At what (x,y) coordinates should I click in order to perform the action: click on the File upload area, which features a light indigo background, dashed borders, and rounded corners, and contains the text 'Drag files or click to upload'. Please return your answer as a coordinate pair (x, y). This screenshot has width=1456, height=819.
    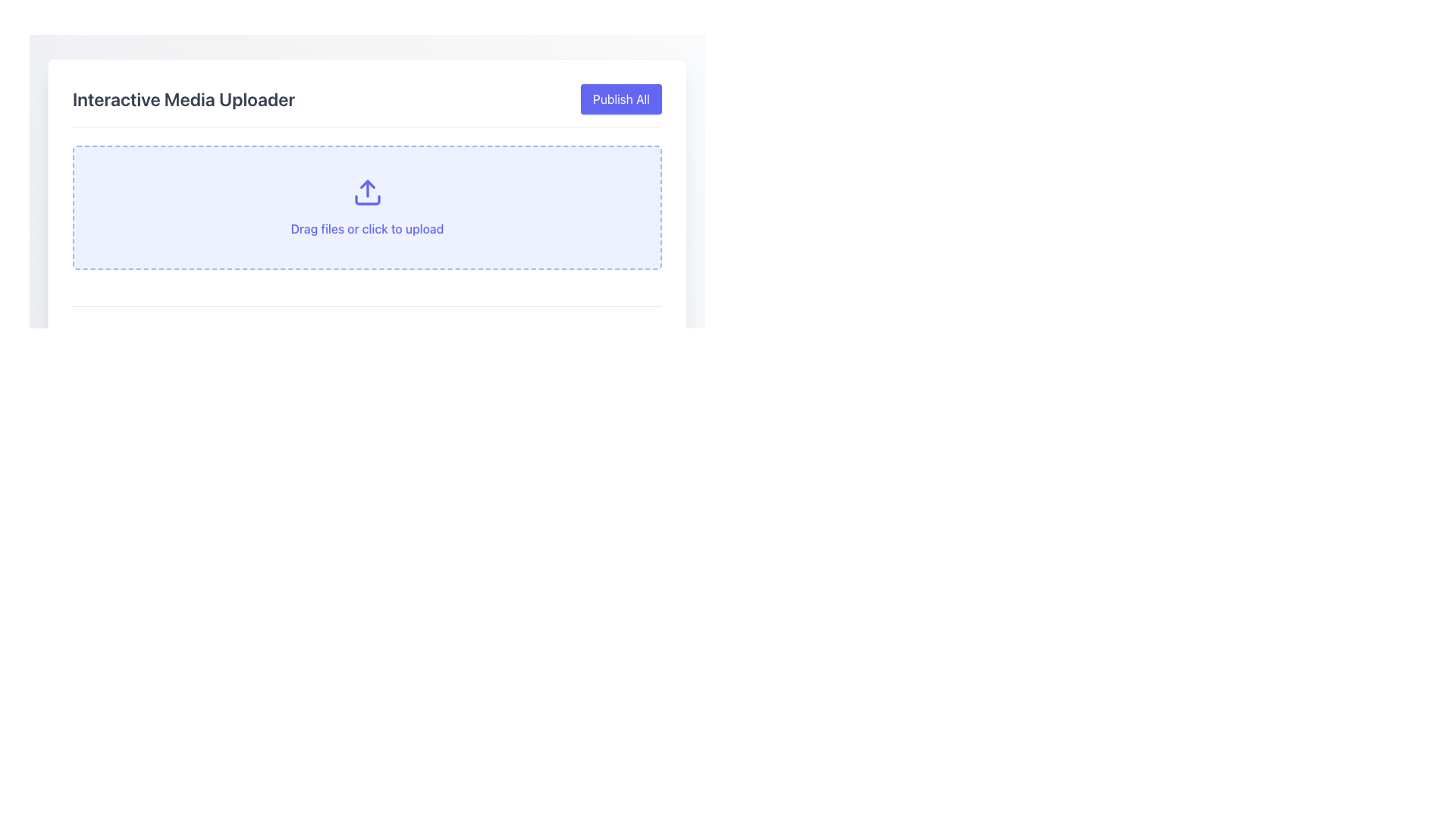
    Looking at the image, I should click on (367, 207).